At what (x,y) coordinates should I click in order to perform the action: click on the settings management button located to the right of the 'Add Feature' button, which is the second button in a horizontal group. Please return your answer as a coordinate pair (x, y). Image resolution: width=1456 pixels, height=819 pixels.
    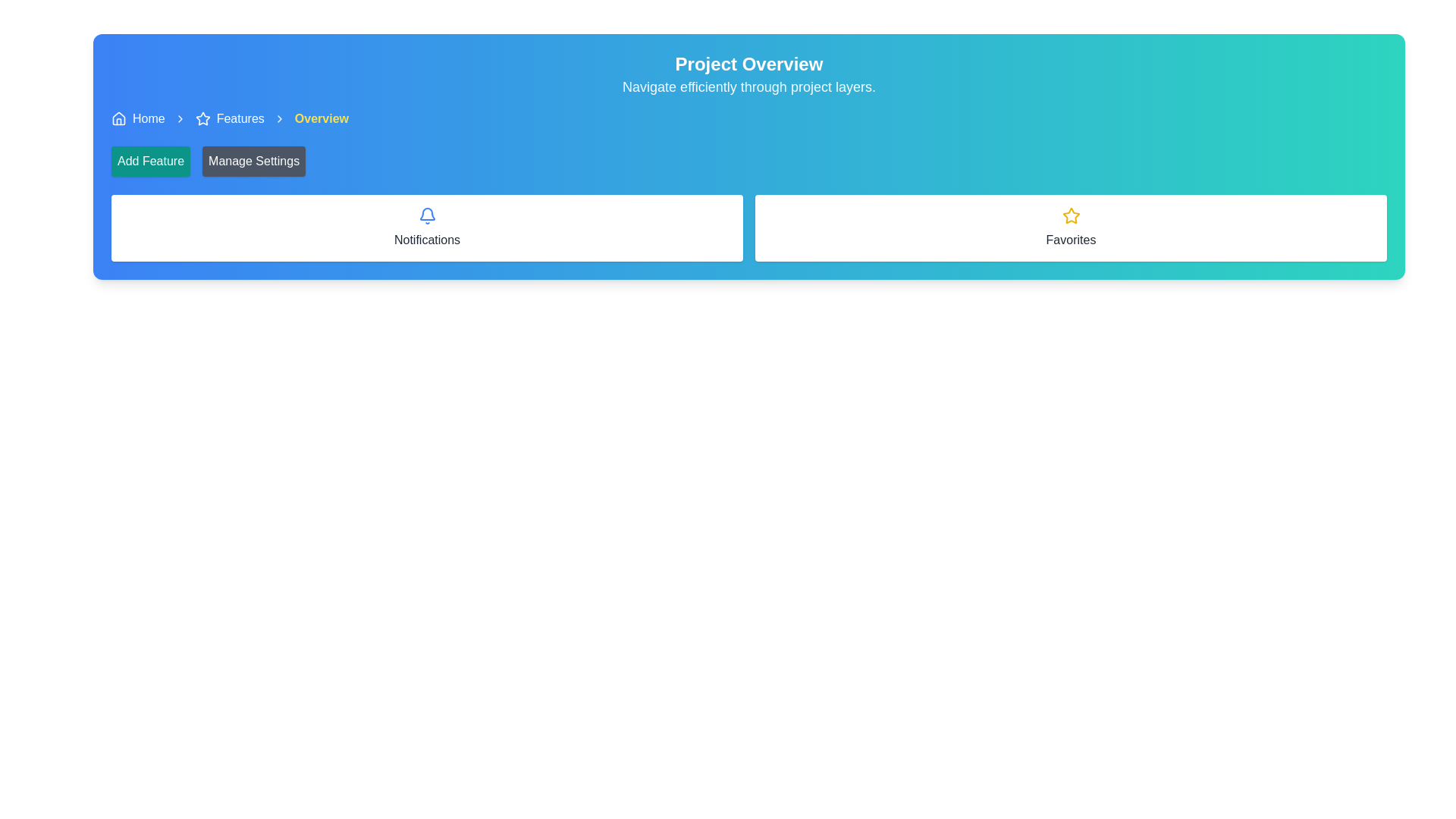
    Looking at the image, I should click on (254, 161).